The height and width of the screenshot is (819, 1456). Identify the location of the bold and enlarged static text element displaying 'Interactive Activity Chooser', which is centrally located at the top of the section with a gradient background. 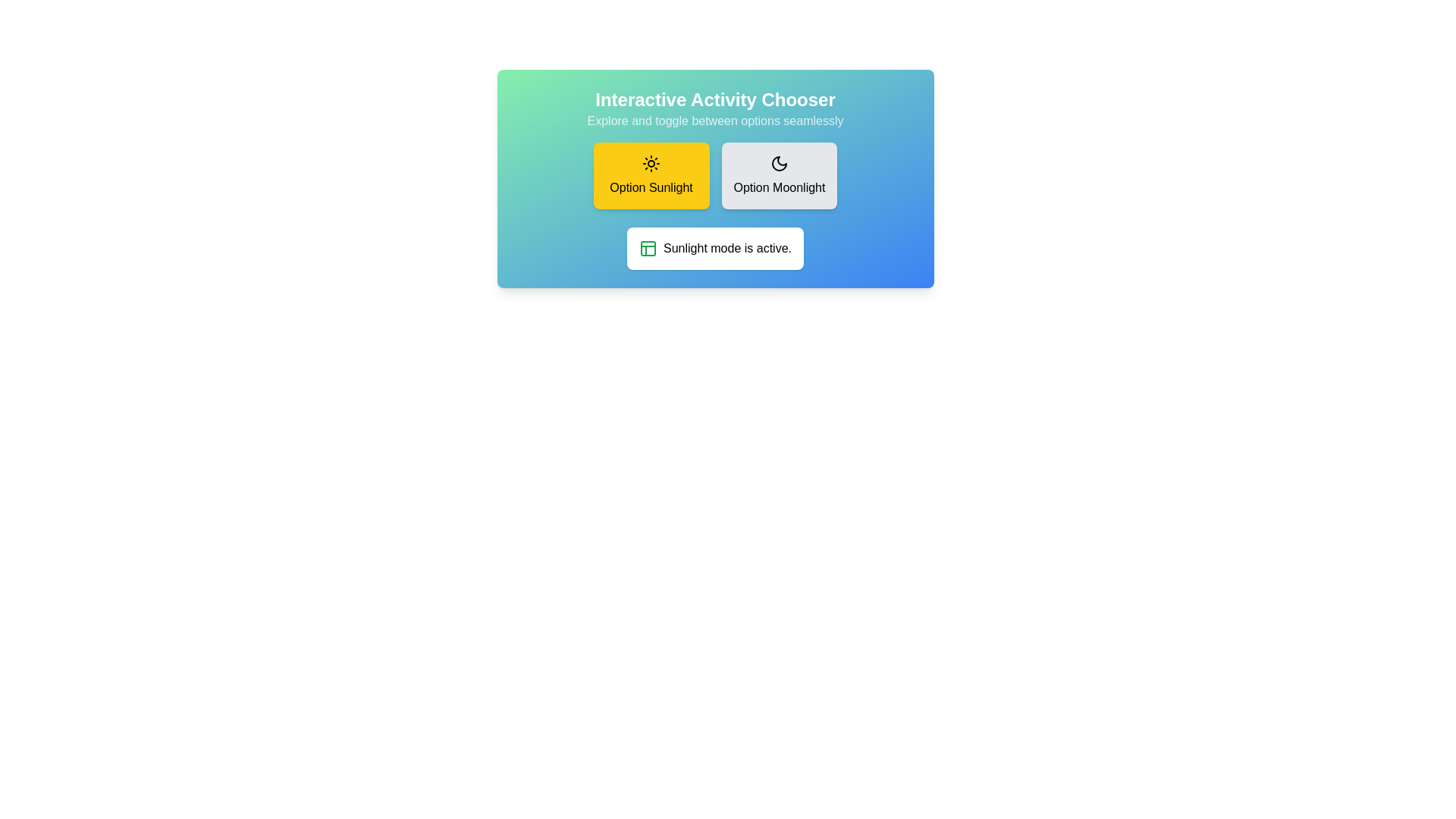
(714, 99).